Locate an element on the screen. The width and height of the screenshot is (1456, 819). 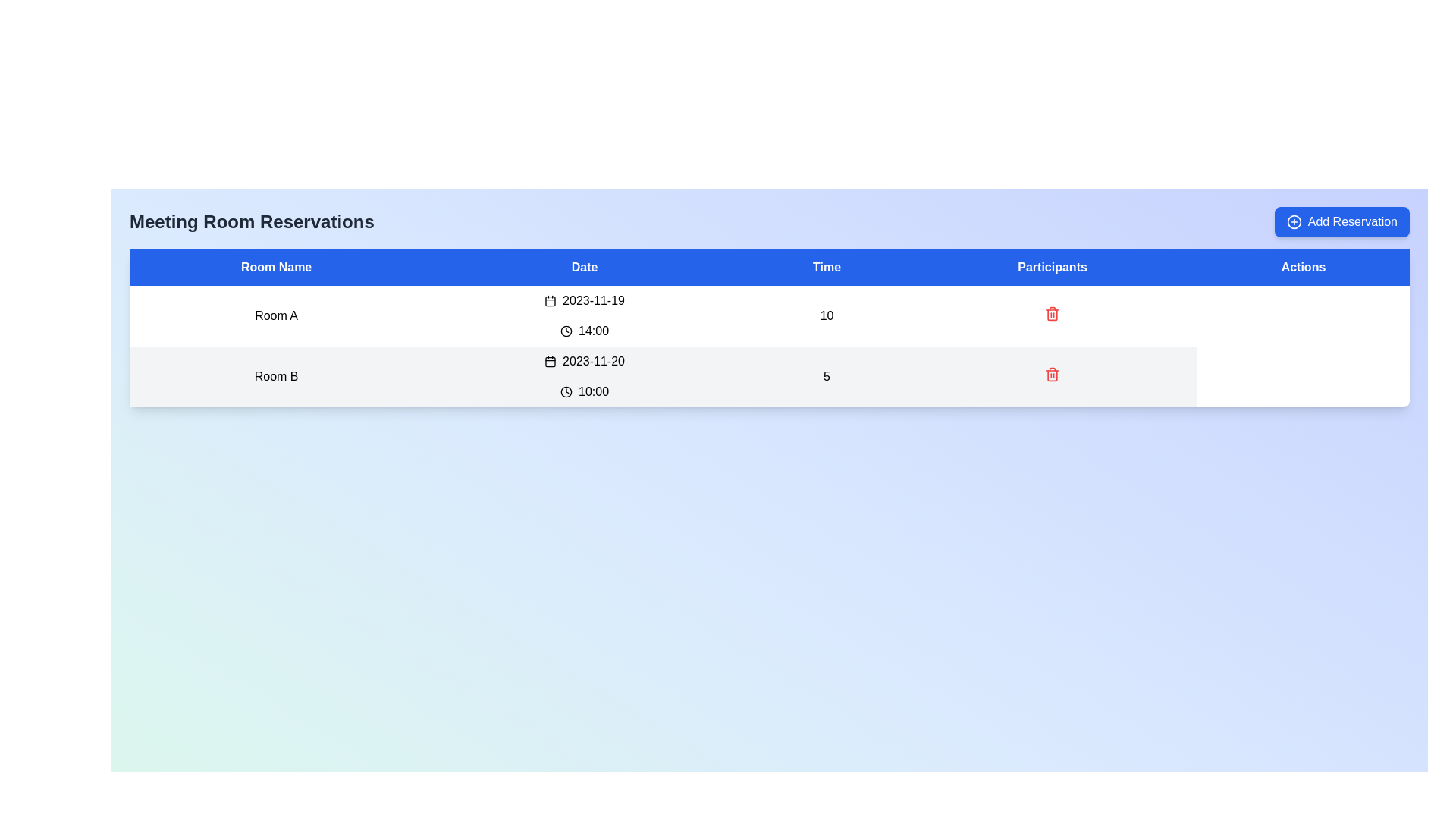
date displayed in the 'Date' column of the table row titled 'Room A', which shows '2023-11-19' next to a calendar icon is located at coordinates (584, 301).